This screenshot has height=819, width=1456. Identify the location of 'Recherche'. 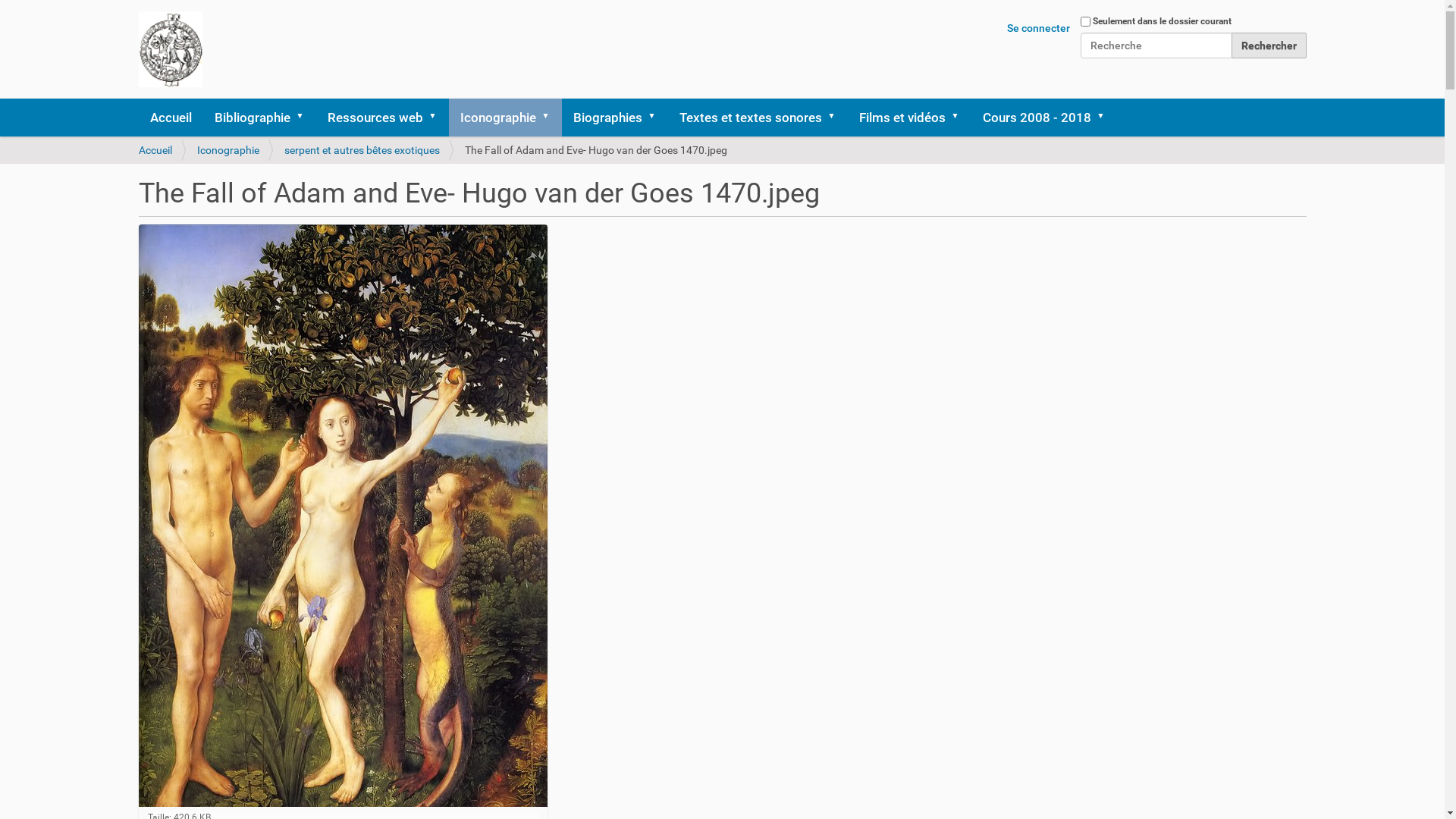
(1154, 45).